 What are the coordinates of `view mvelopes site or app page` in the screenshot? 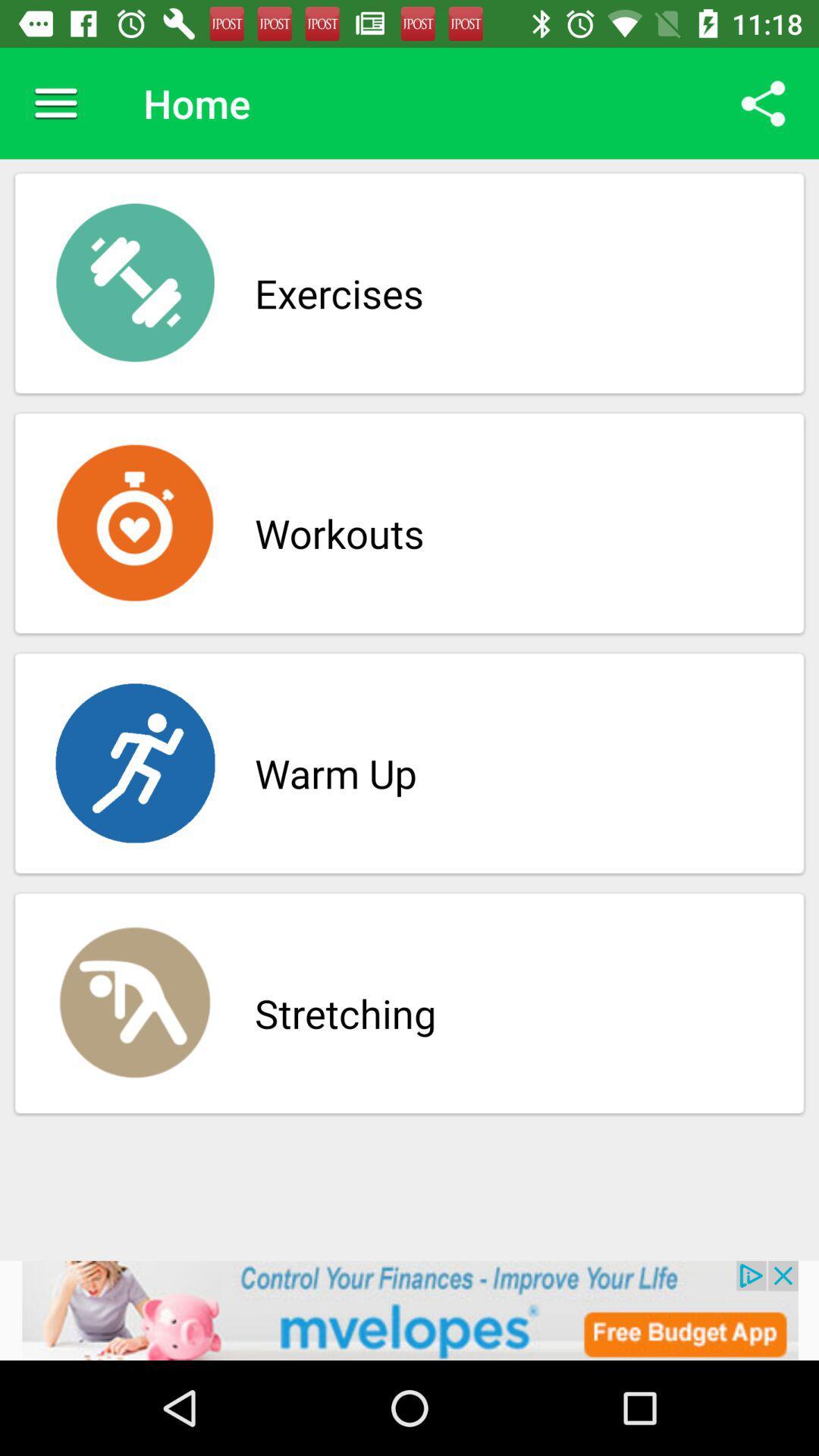 It's located at (409, 1310).